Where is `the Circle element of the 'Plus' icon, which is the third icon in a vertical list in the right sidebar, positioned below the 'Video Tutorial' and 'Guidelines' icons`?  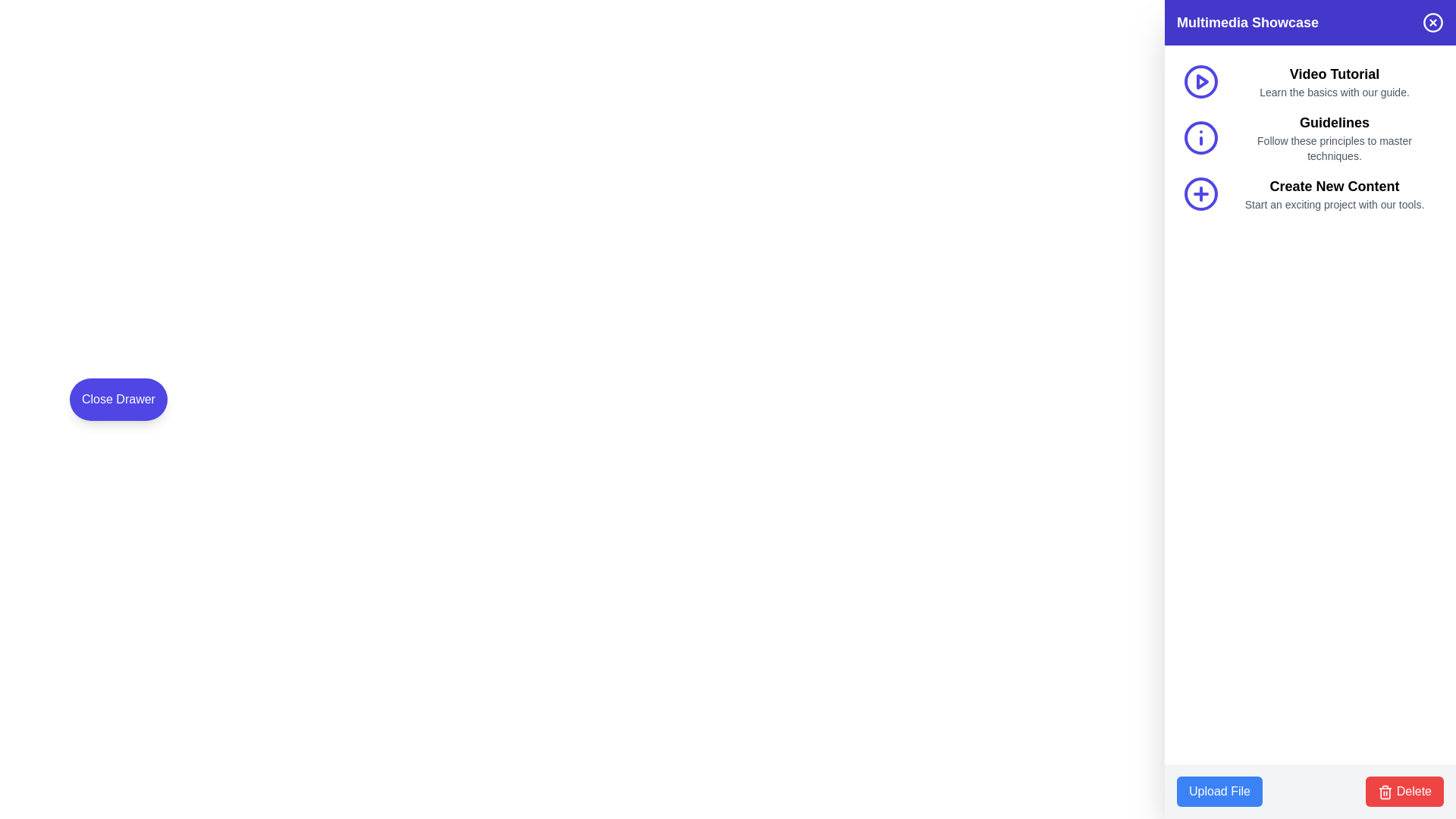
the Circle element of the 'Plus' icon, which is the third icon in a vertical list in the right sidebar, positioned below the 'Video Tutorial' and 'Guidelines' icons is located at coordinates (1200, 193).